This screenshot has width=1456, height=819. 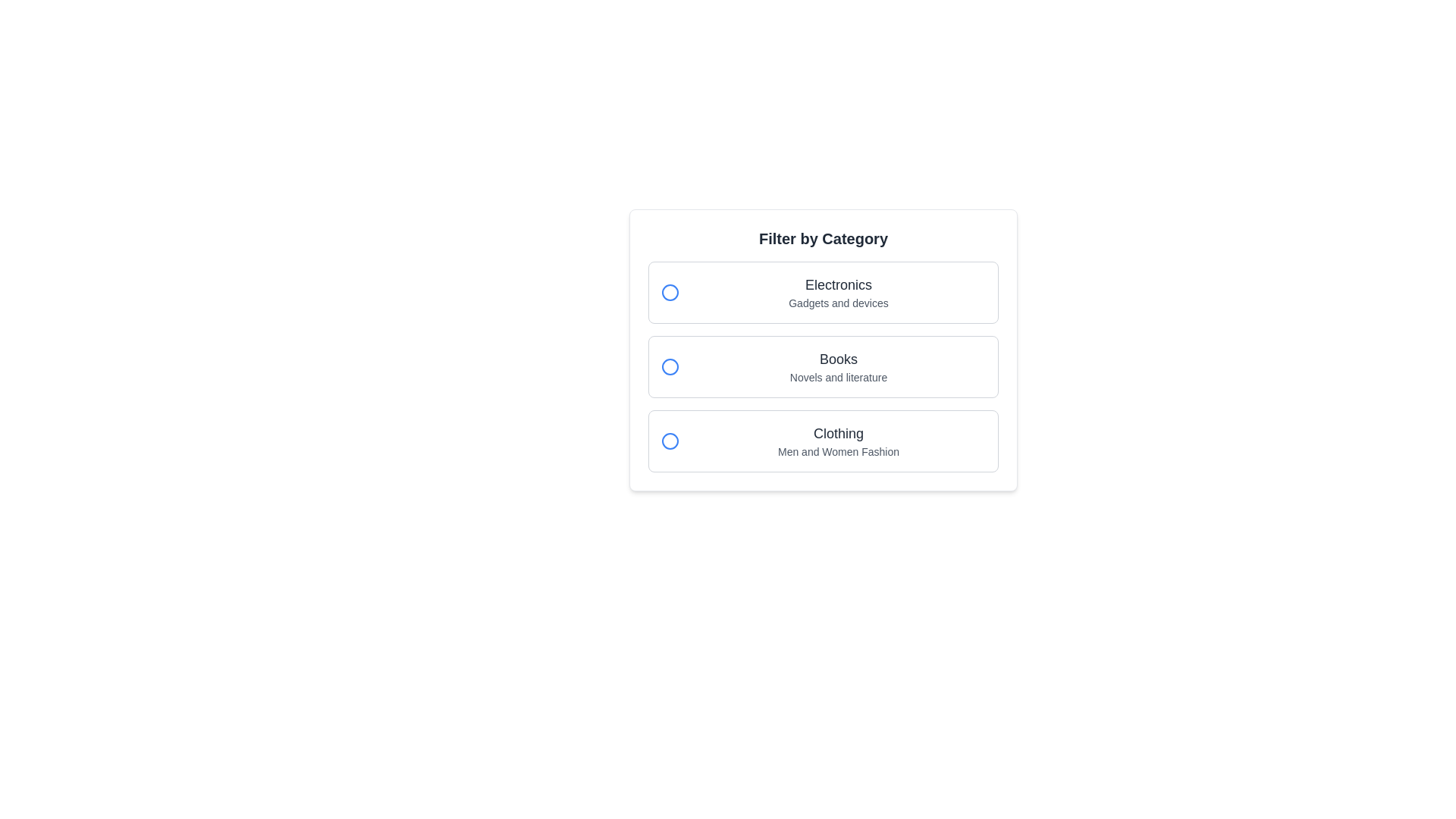 I want to click on the 'Books' option button in the category selection list, so click(x=822, y=366).